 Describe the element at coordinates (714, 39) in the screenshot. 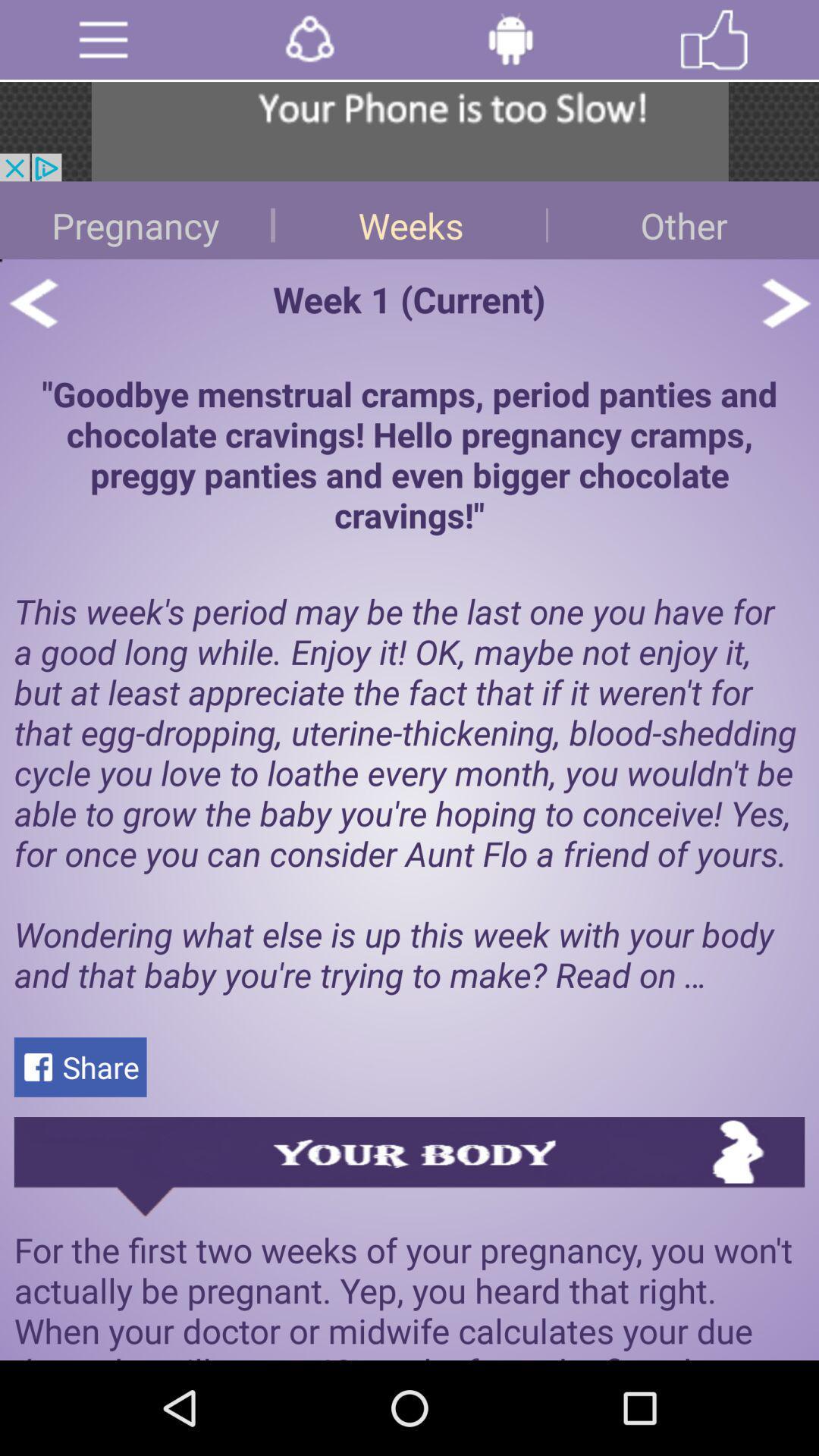

I see `the like option which is on the top right hand side` at that location.